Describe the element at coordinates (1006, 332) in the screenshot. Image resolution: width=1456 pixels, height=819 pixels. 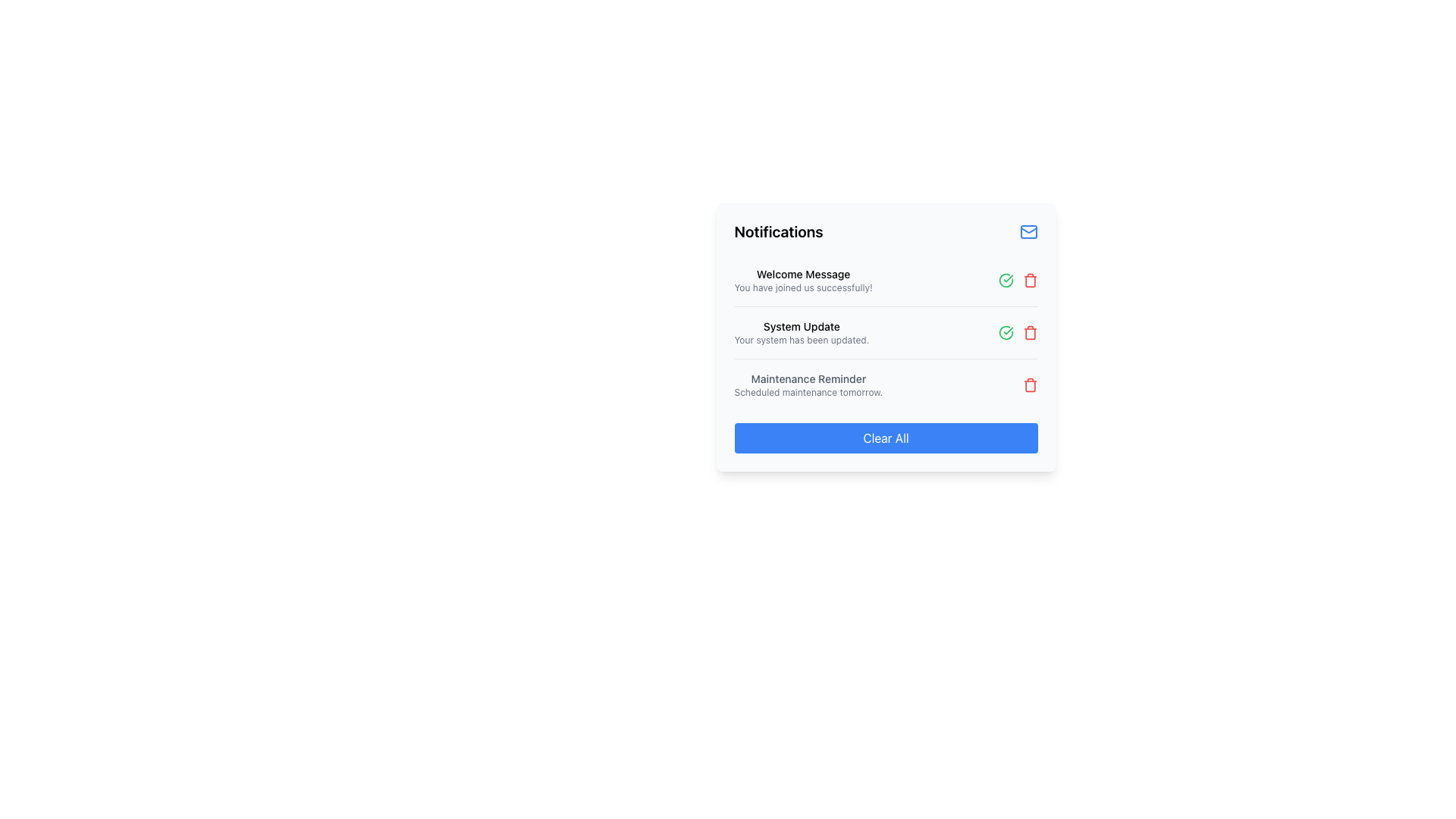
I see `the green circular icon with a checkmark in its center, which indicates a 'success' status, located near the 'System Update' text` at that location.